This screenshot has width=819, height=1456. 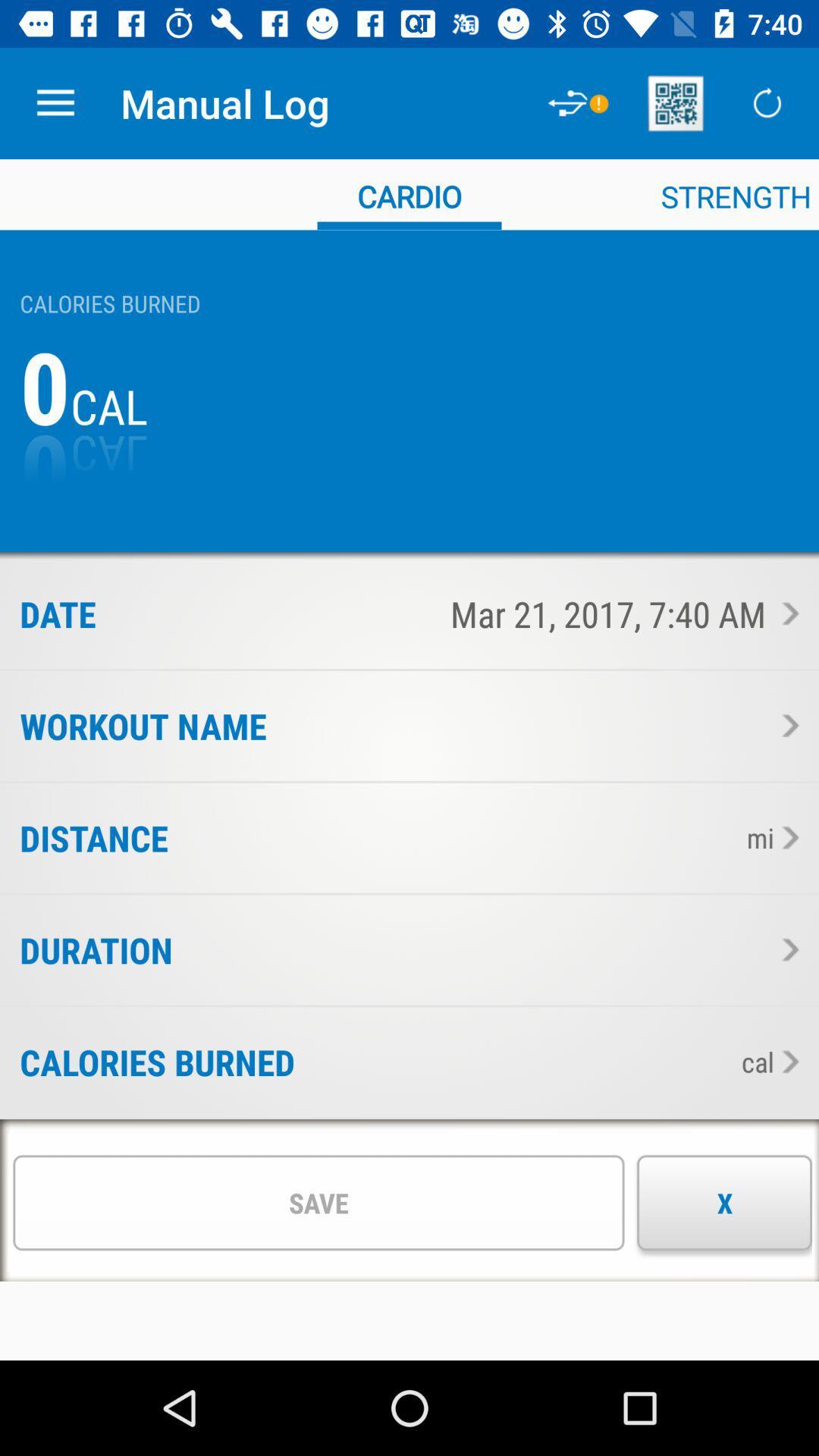 What do you see at coordinates (512, 1061) in the screenshot?
I see `item next to the calories burned item` at bounding box center [512, 1061].